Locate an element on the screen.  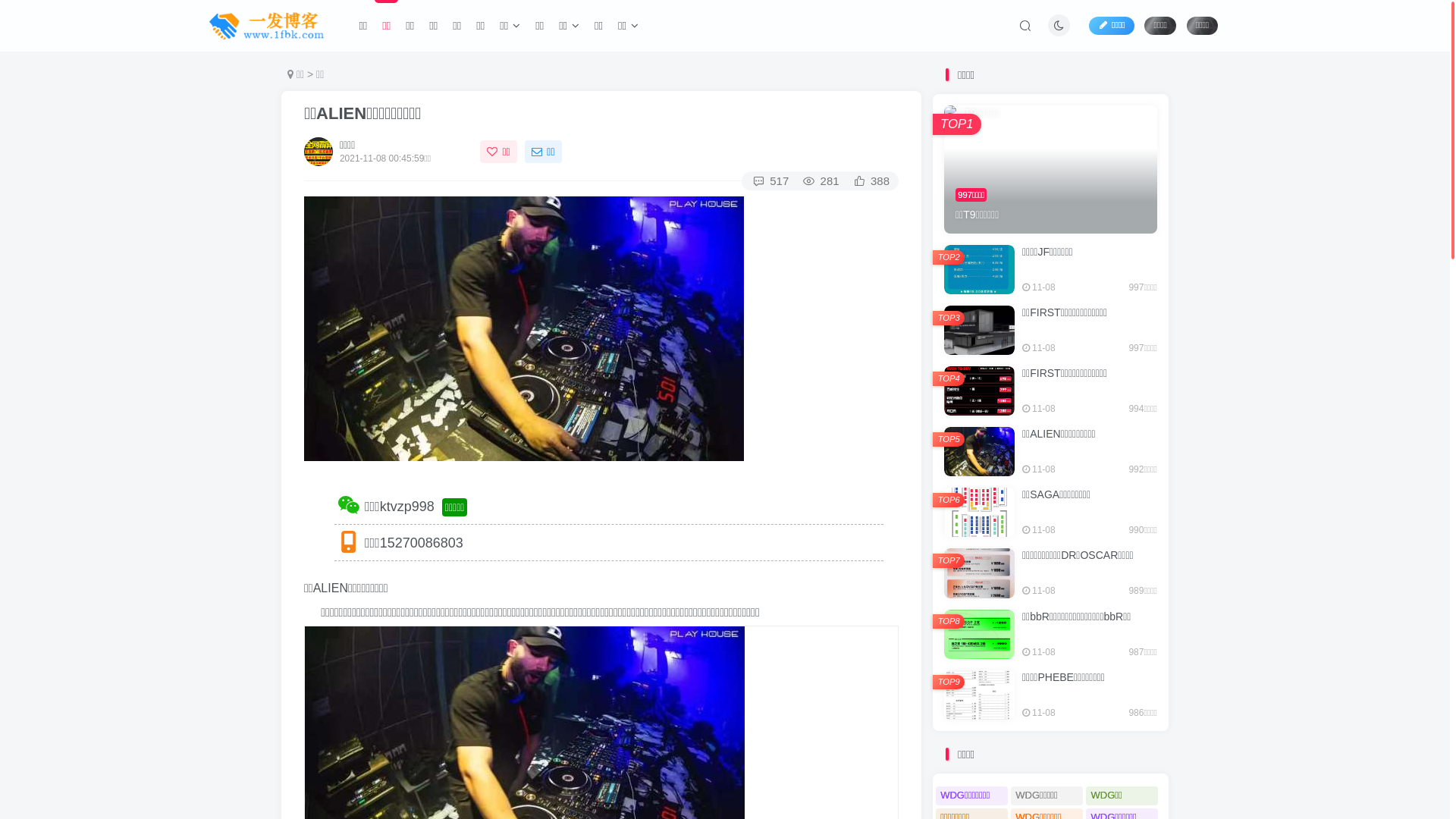
'517' is located at coordinates (769, 180).